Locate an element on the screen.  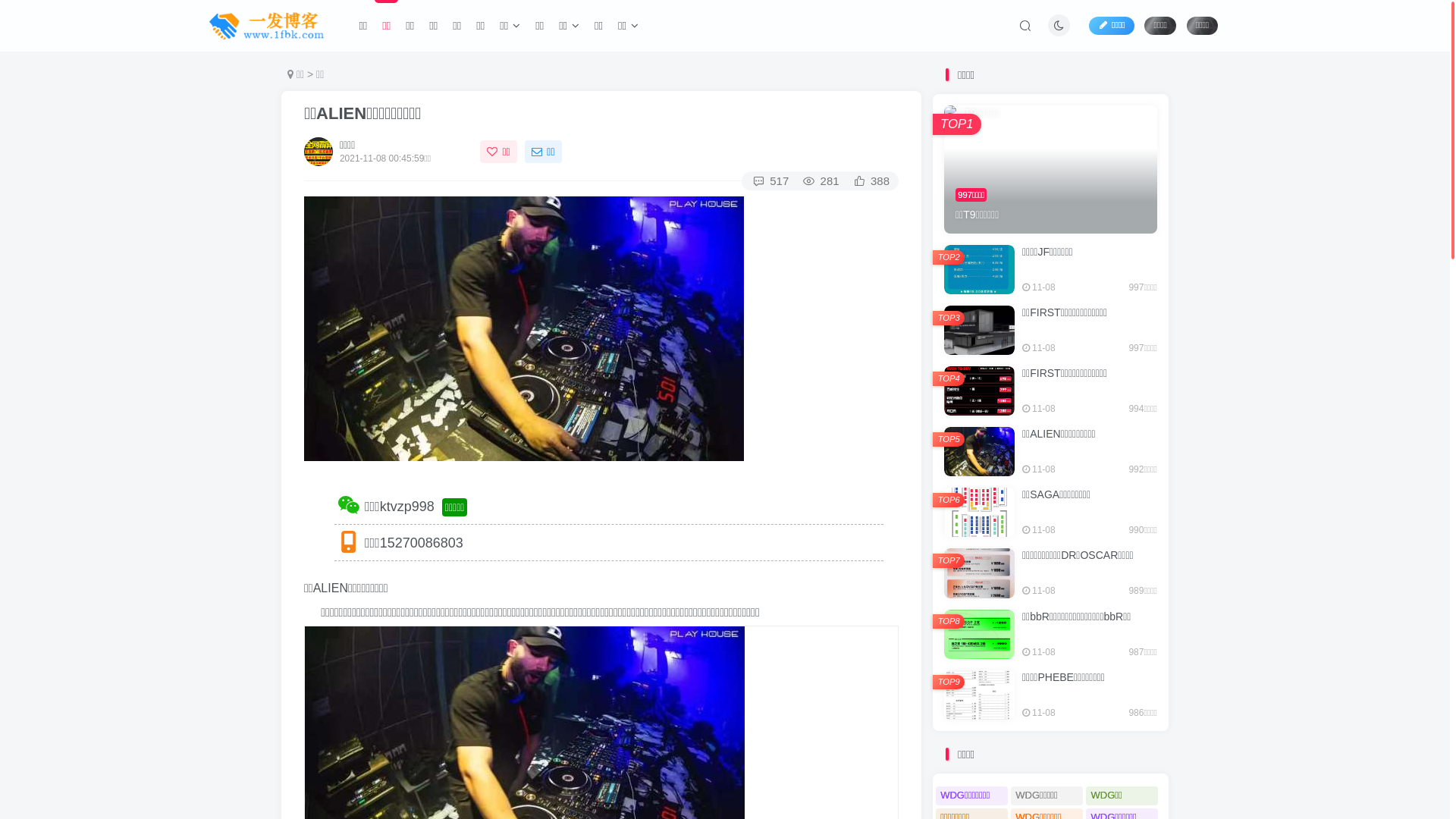
'517' is located at coordinates (769, 180).